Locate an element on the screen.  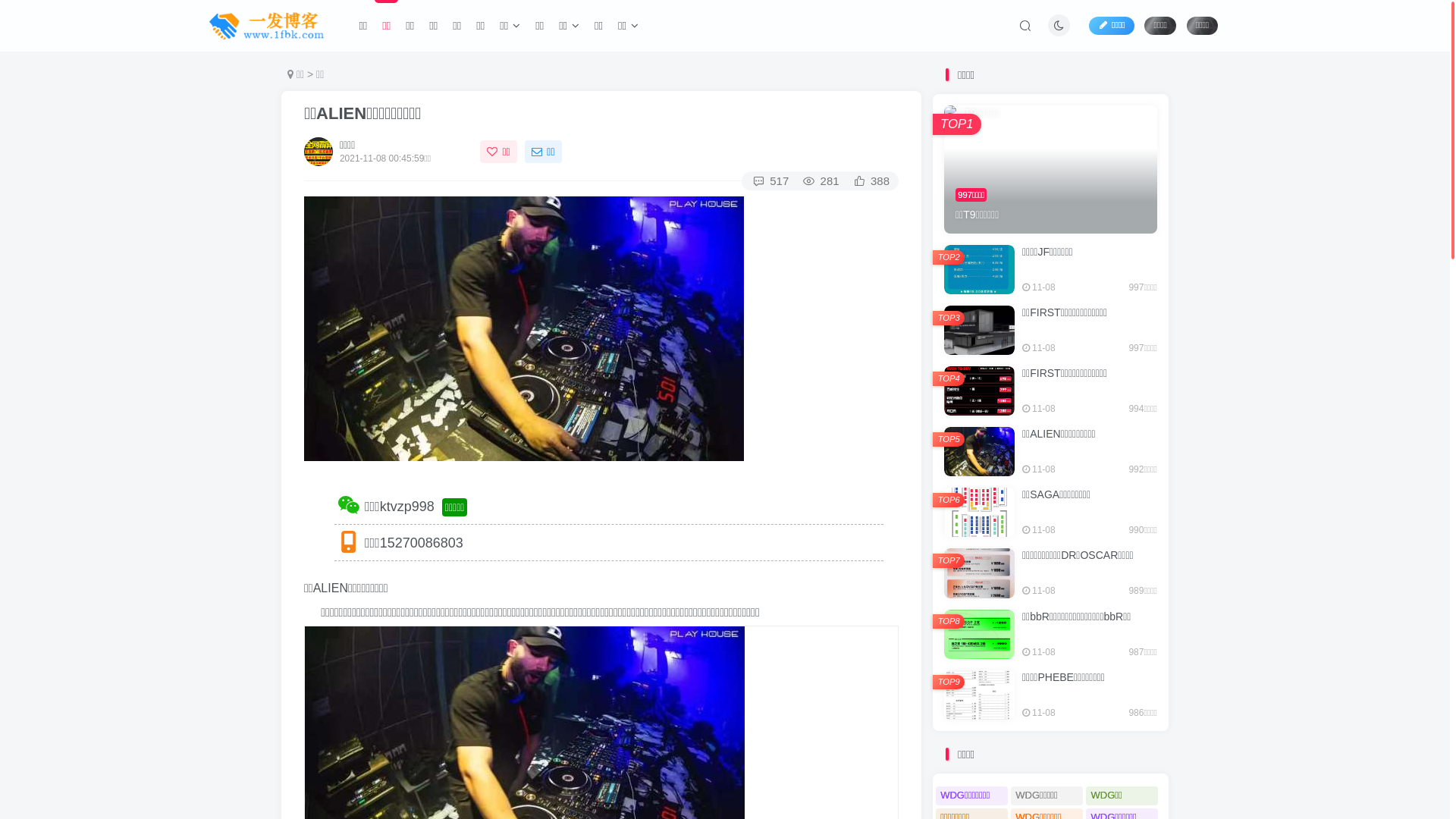
'517' is located at coordinates (769, 180).